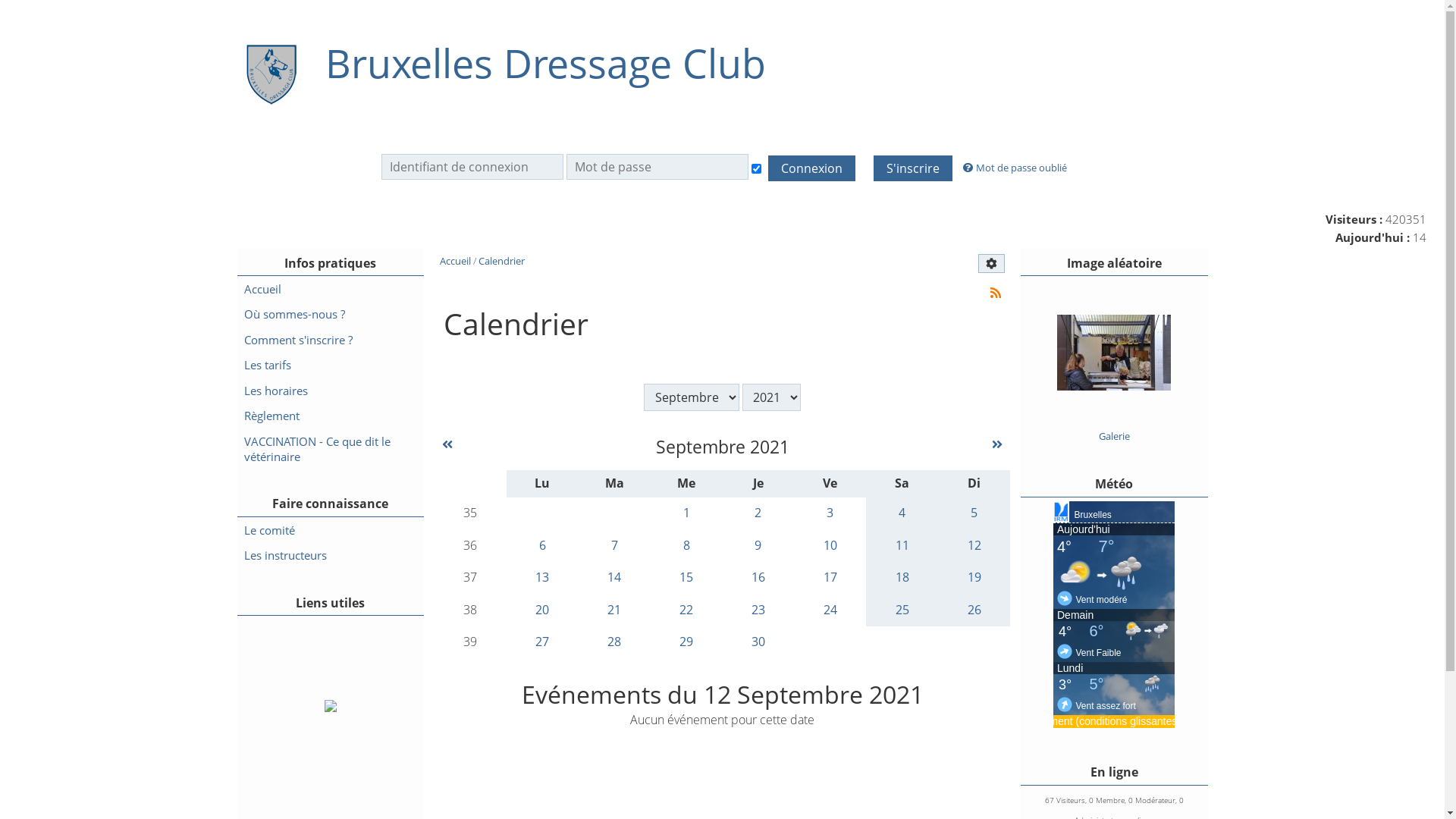 The image size is (1456, 819). Describe the element at coordinates (329, 338) in the screenshot. I see `'Comment s'inscrire ?'` at that location.